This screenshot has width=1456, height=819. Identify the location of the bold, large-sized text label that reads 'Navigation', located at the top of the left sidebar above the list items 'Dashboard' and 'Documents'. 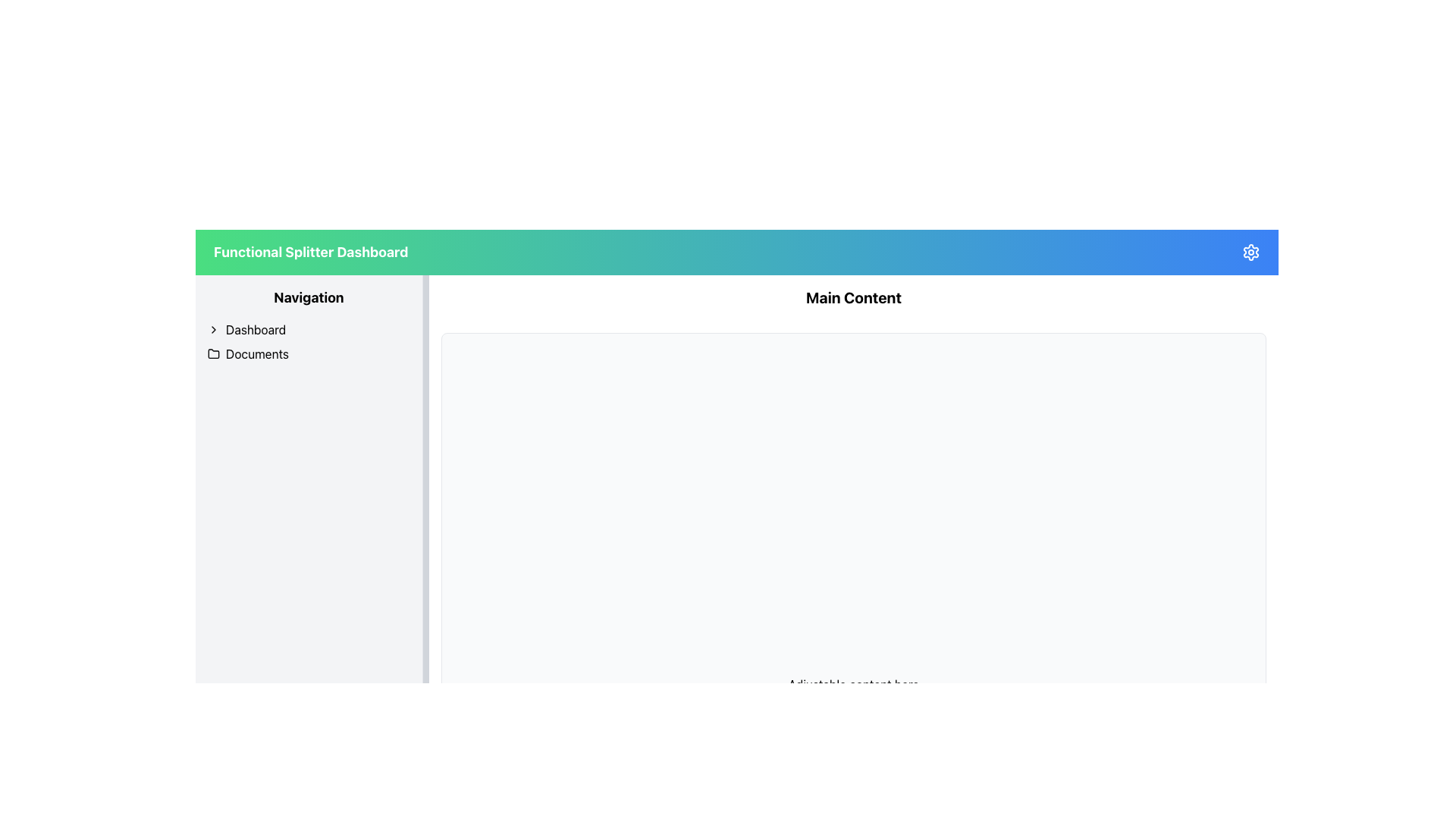
(308, 298).